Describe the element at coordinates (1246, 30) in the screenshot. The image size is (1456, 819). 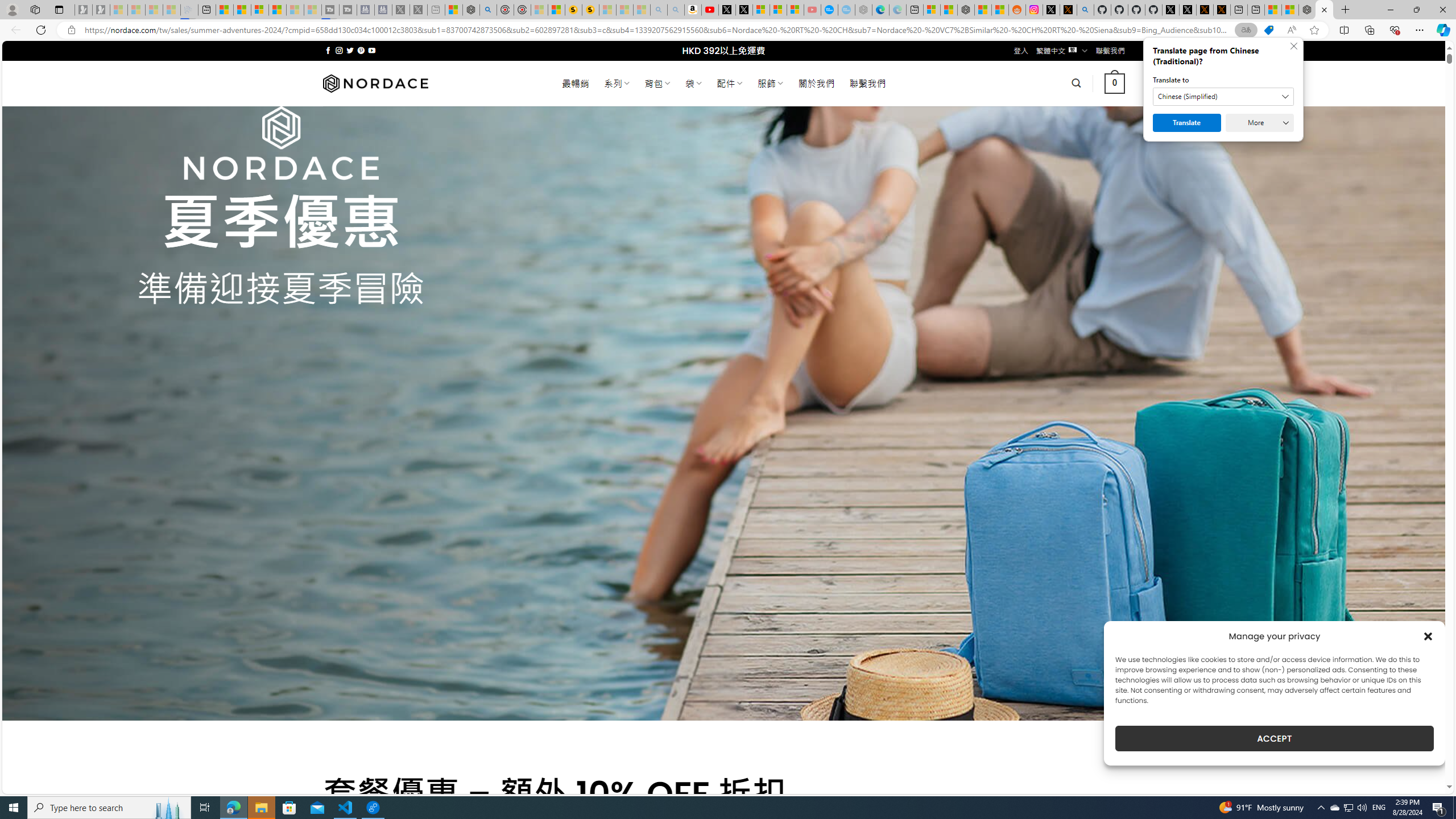
I see `'Show translate options'` at that location.